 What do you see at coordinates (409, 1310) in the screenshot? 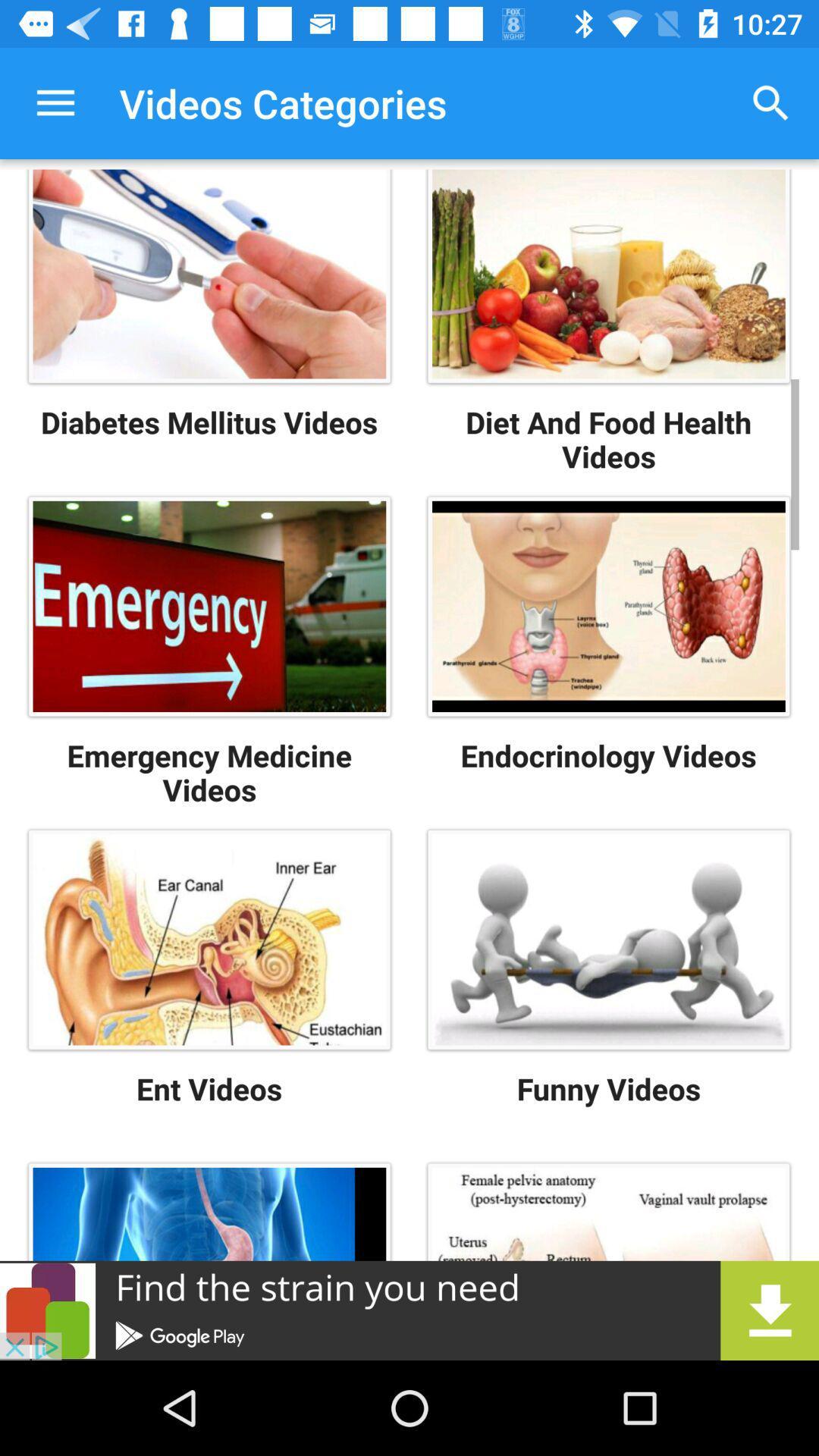
I see `open advertisement` at bounding box center [409, 1310].